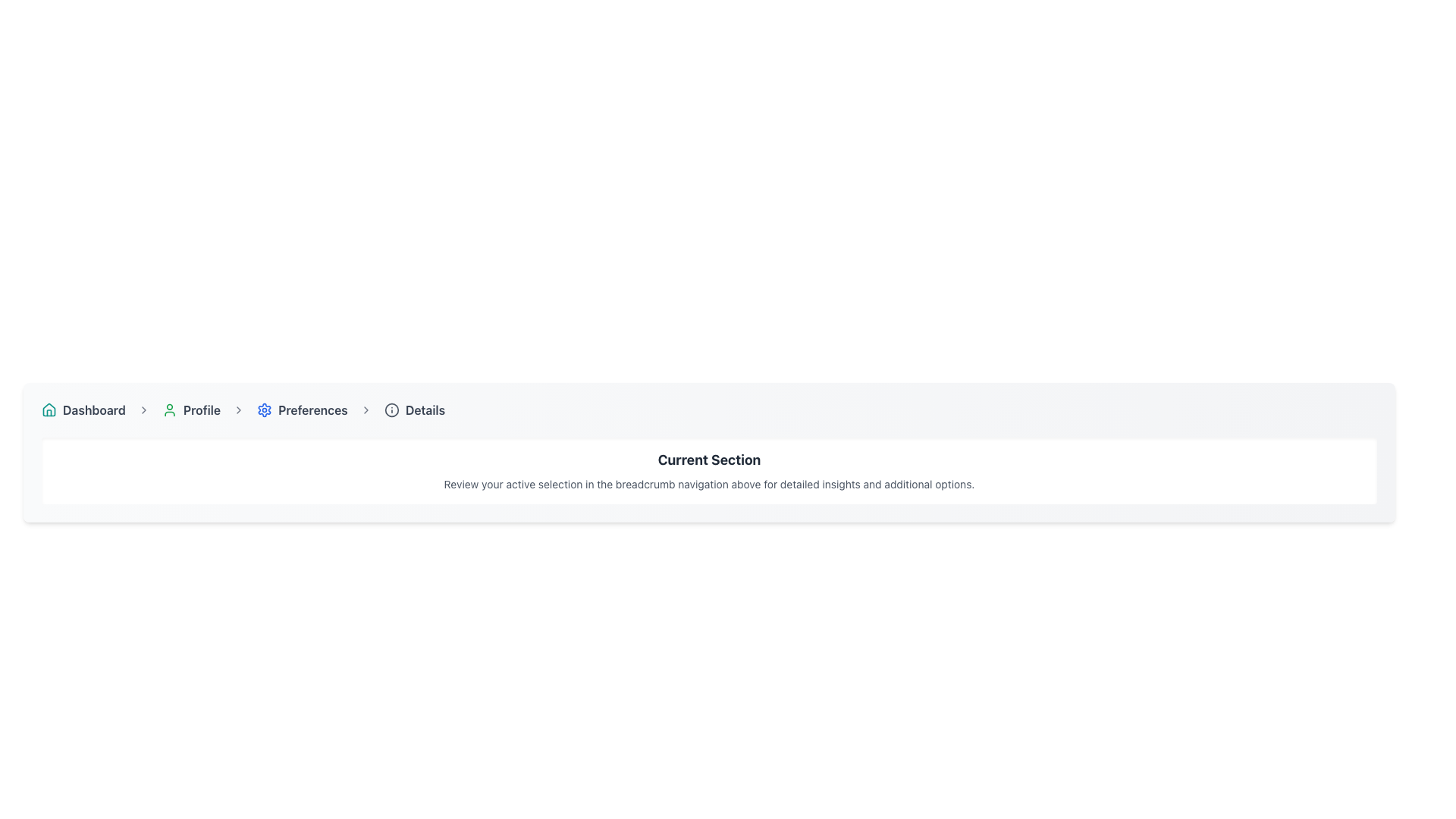 The image size is (1456, 819). Describe the element at coordinates (302, 409) in the screenshot. I see `the clickable breadcrumb navigation link labeled 'Preferences', which is styled in bold and is accompanied by a small blue settings icon` at that location.